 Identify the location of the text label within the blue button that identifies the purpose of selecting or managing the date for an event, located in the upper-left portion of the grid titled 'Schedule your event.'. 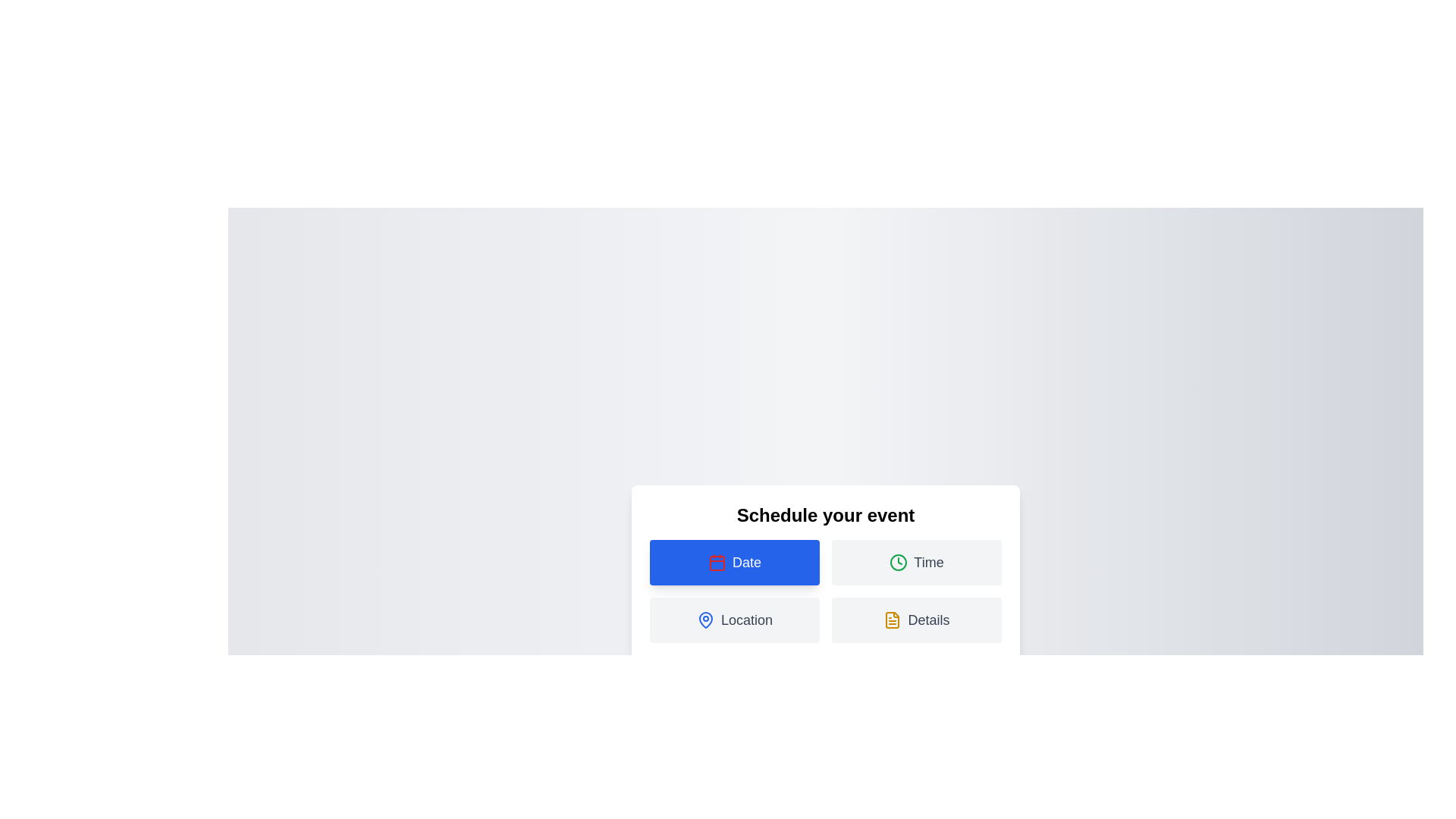
(746, 562).